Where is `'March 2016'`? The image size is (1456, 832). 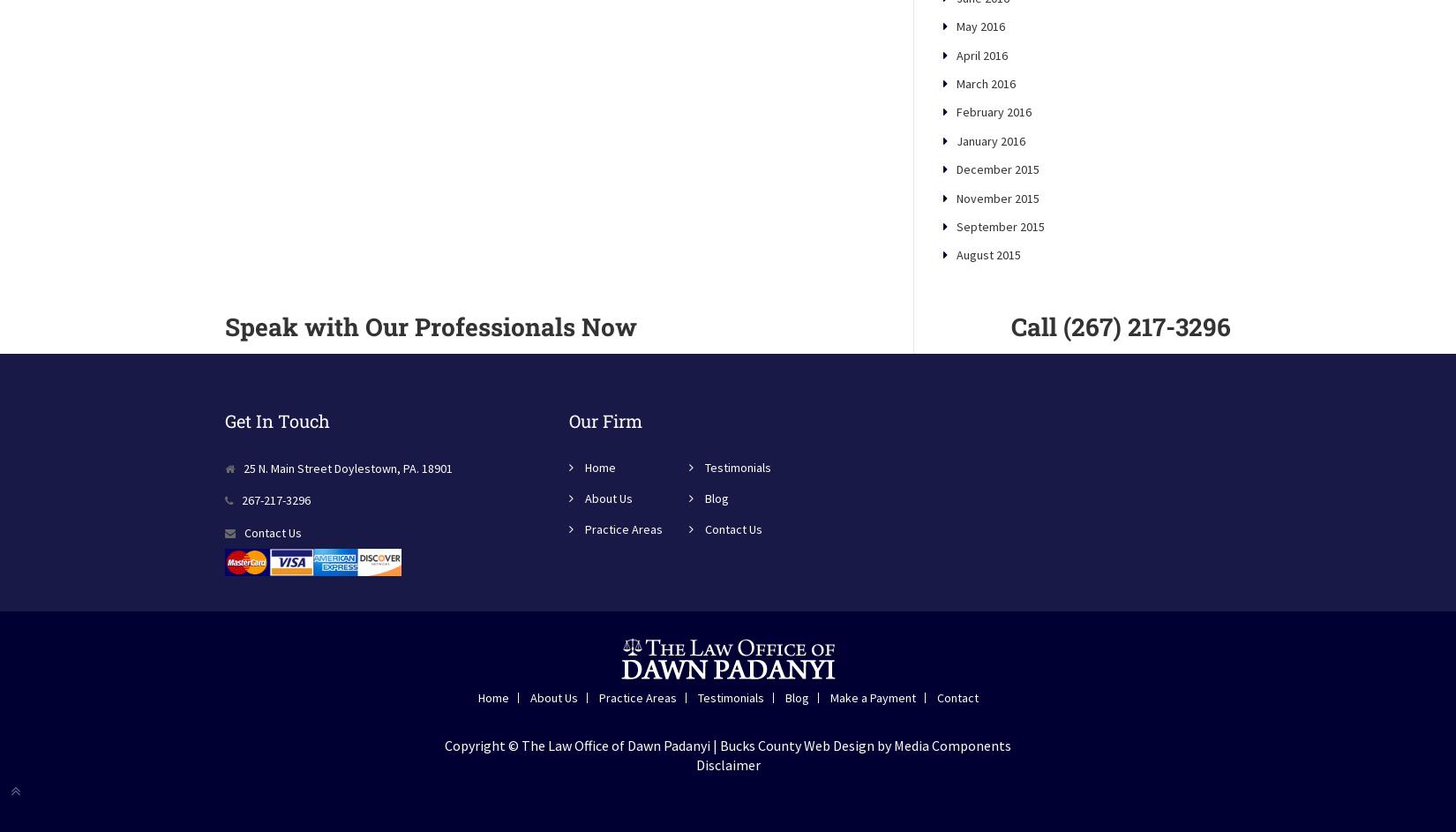
'March 2016' is located at coordinates (957, 143).